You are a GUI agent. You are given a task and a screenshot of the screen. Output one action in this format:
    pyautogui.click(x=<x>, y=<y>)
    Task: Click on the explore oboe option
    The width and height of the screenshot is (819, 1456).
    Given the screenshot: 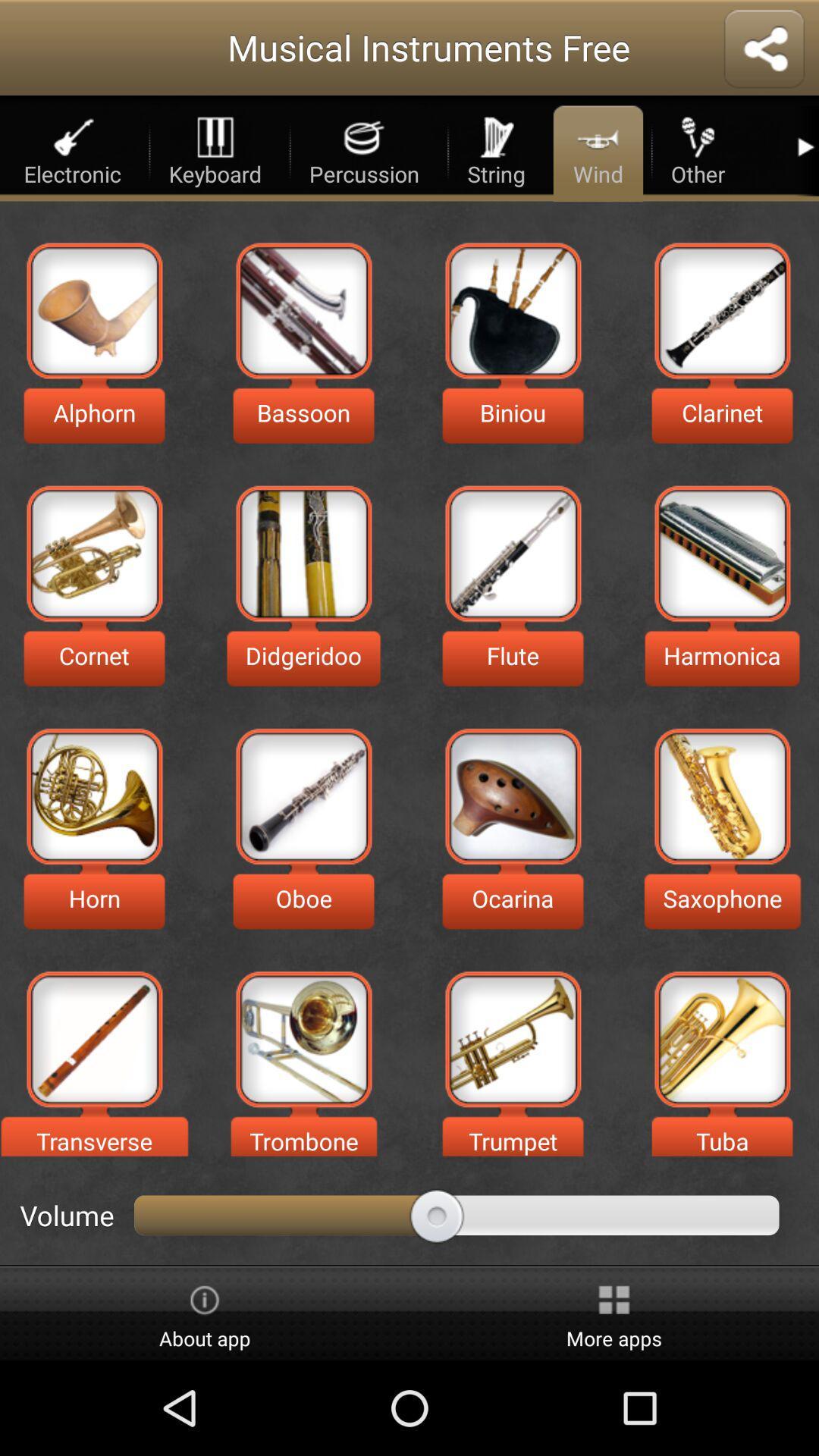 What is the action you would take?
    pyautogui.click(x=303, y=795)
    